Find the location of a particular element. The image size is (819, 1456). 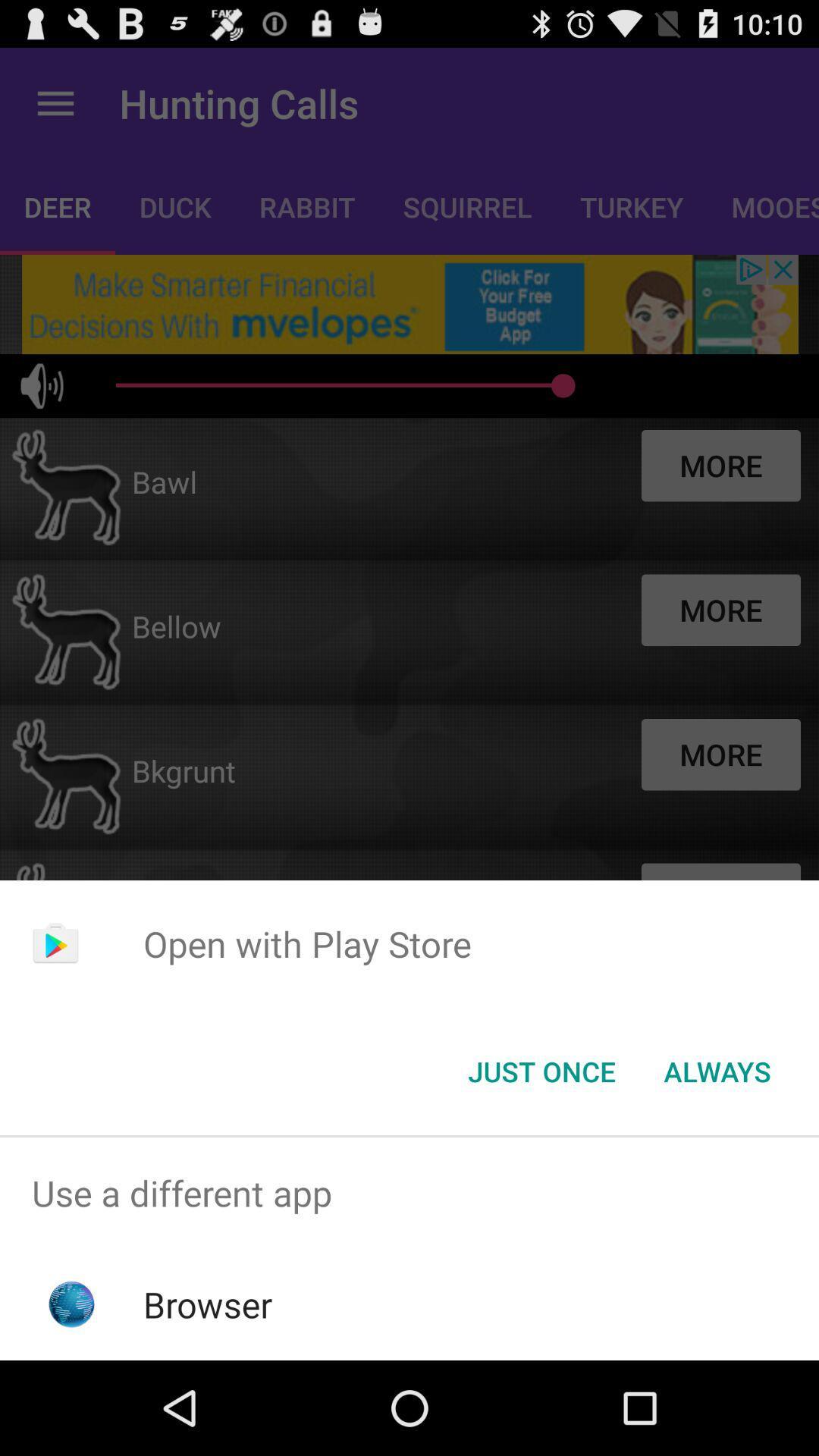

always icon is located at coordinates (717, 1070).